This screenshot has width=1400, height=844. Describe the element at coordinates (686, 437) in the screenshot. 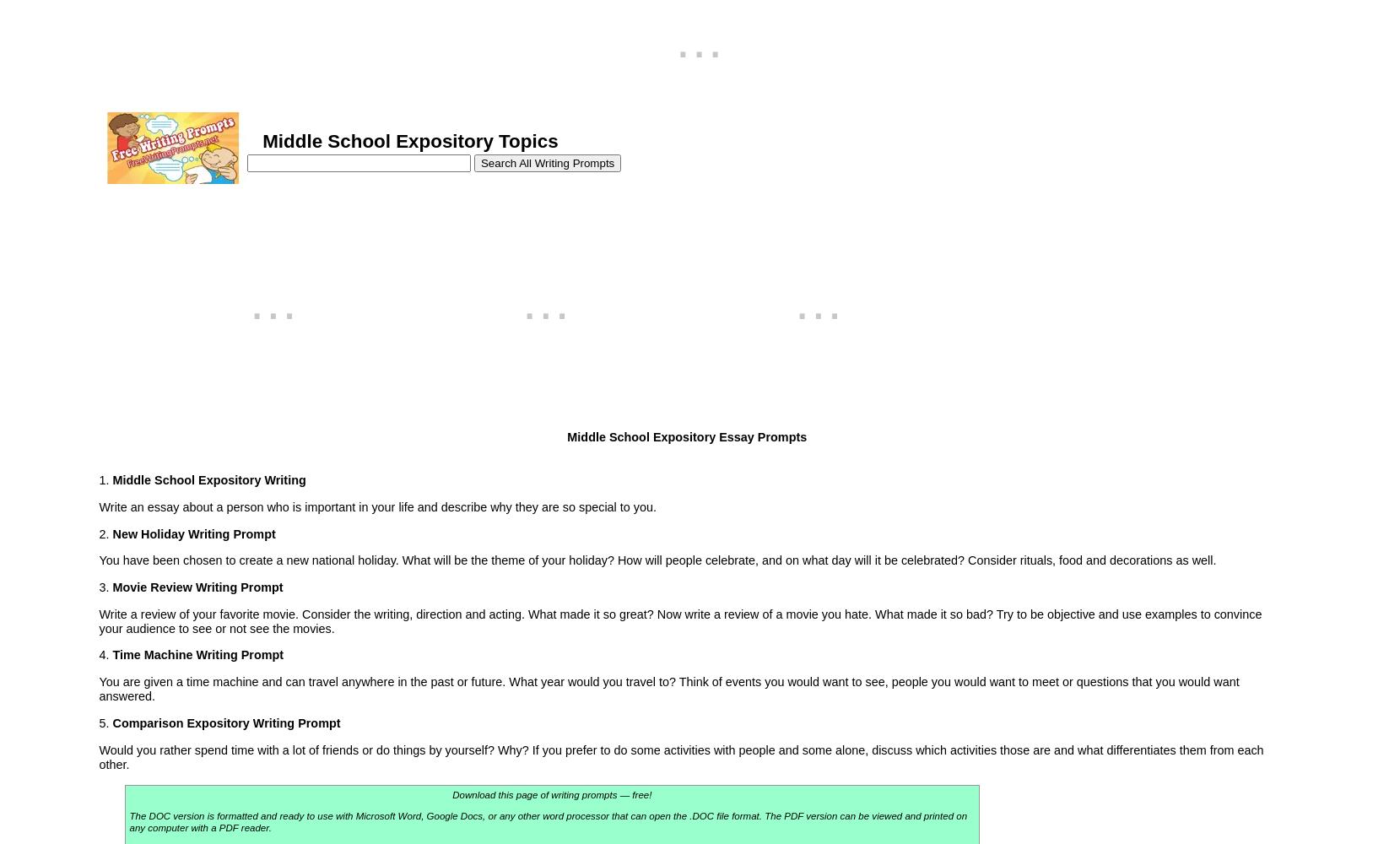

I see `'Middle School Expository Essay Prompts'` at that location.